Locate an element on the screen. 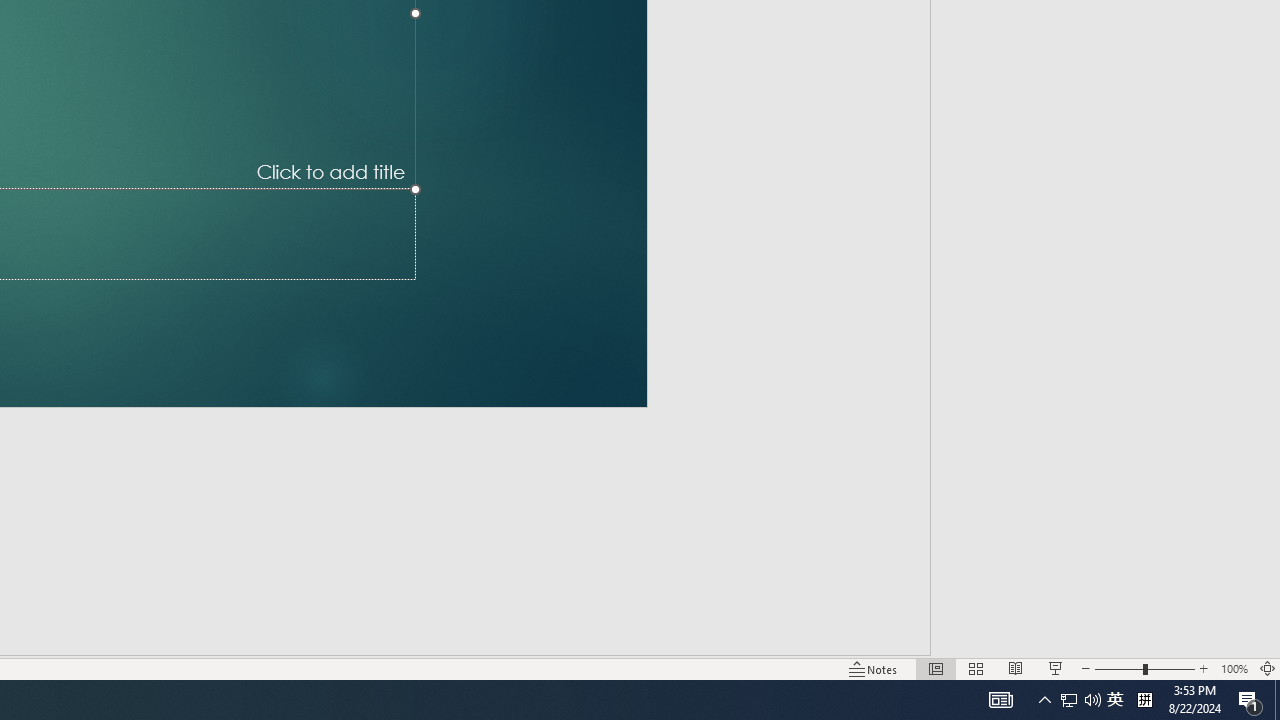  'Slide Sorter' is located at coordinates (976, 669).